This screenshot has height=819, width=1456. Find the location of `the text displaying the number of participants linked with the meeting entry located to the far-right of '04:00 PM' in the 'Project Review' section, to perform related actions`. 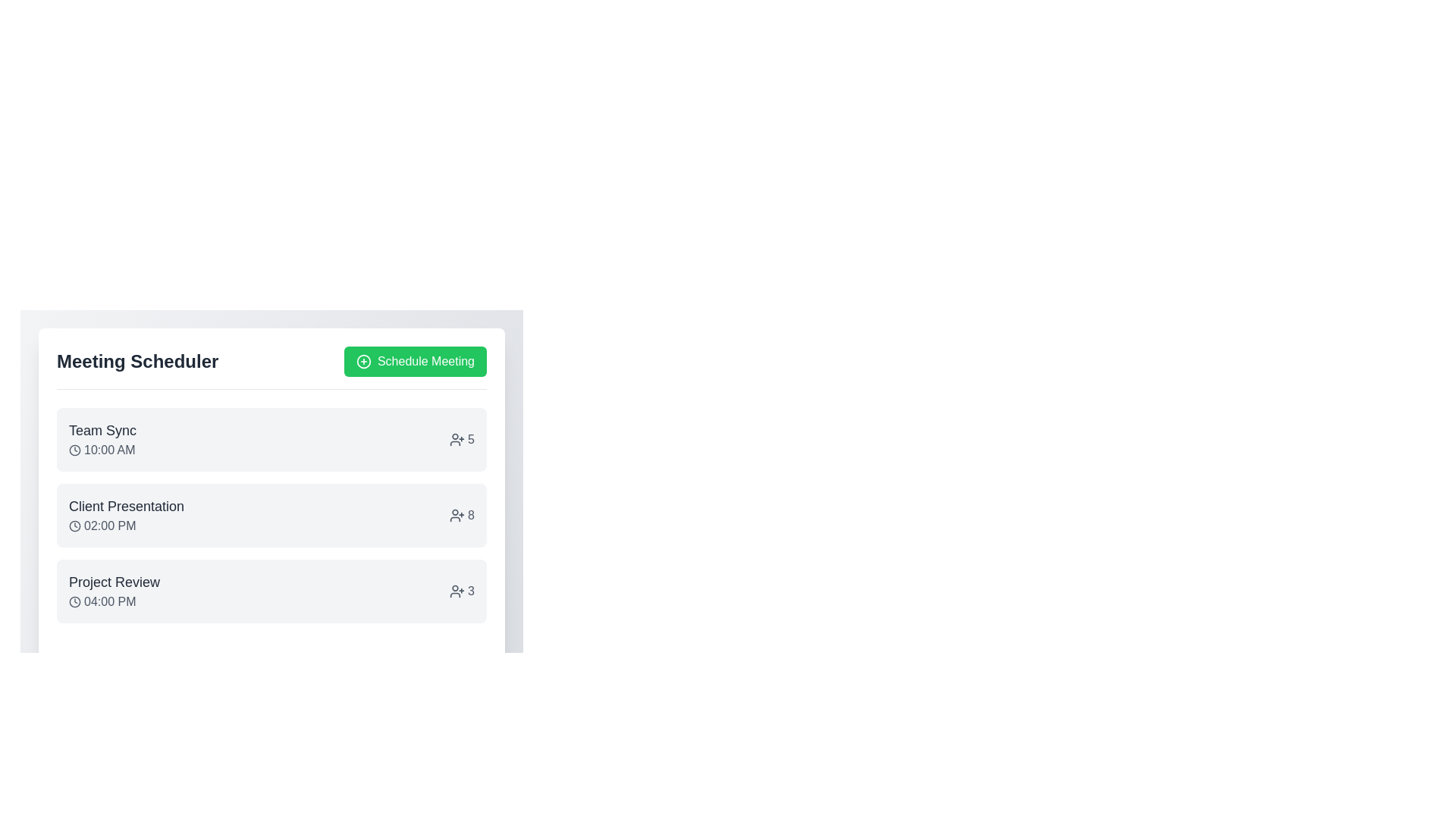

the text displaying the number of participants linked with the meeting entry located to the far-right of '04:00 PM' in the 'Project Review' section, to perform related actions is located at coordinates (461, 590).